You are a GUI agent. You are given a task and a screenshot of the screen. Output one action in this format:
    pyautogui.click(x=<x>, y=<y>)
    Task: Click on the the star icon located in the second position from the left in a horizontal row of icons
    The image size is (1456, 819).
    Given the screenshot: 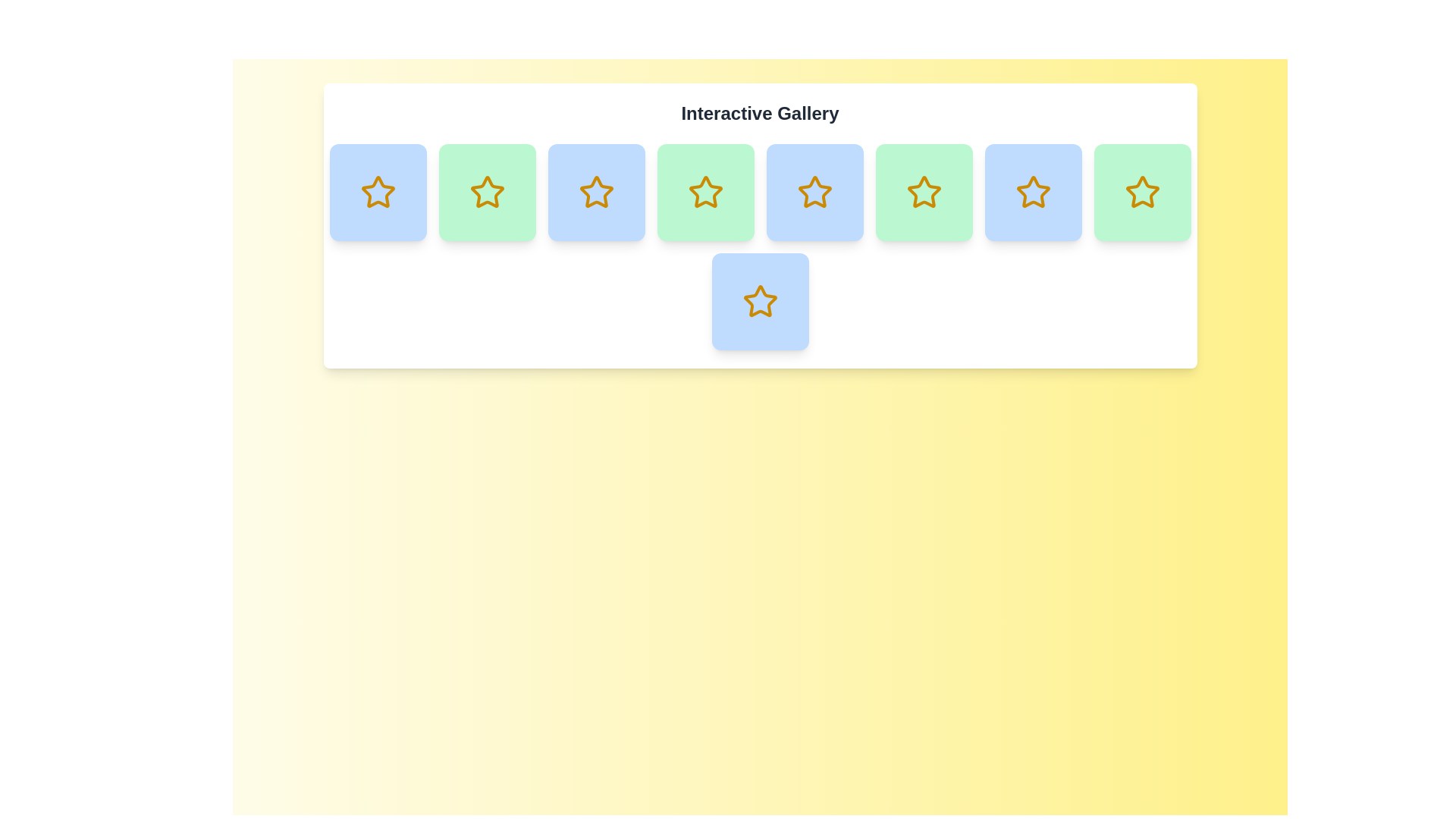 What is the action you would take?
    pyautogui.click(x=487, y=191)
    